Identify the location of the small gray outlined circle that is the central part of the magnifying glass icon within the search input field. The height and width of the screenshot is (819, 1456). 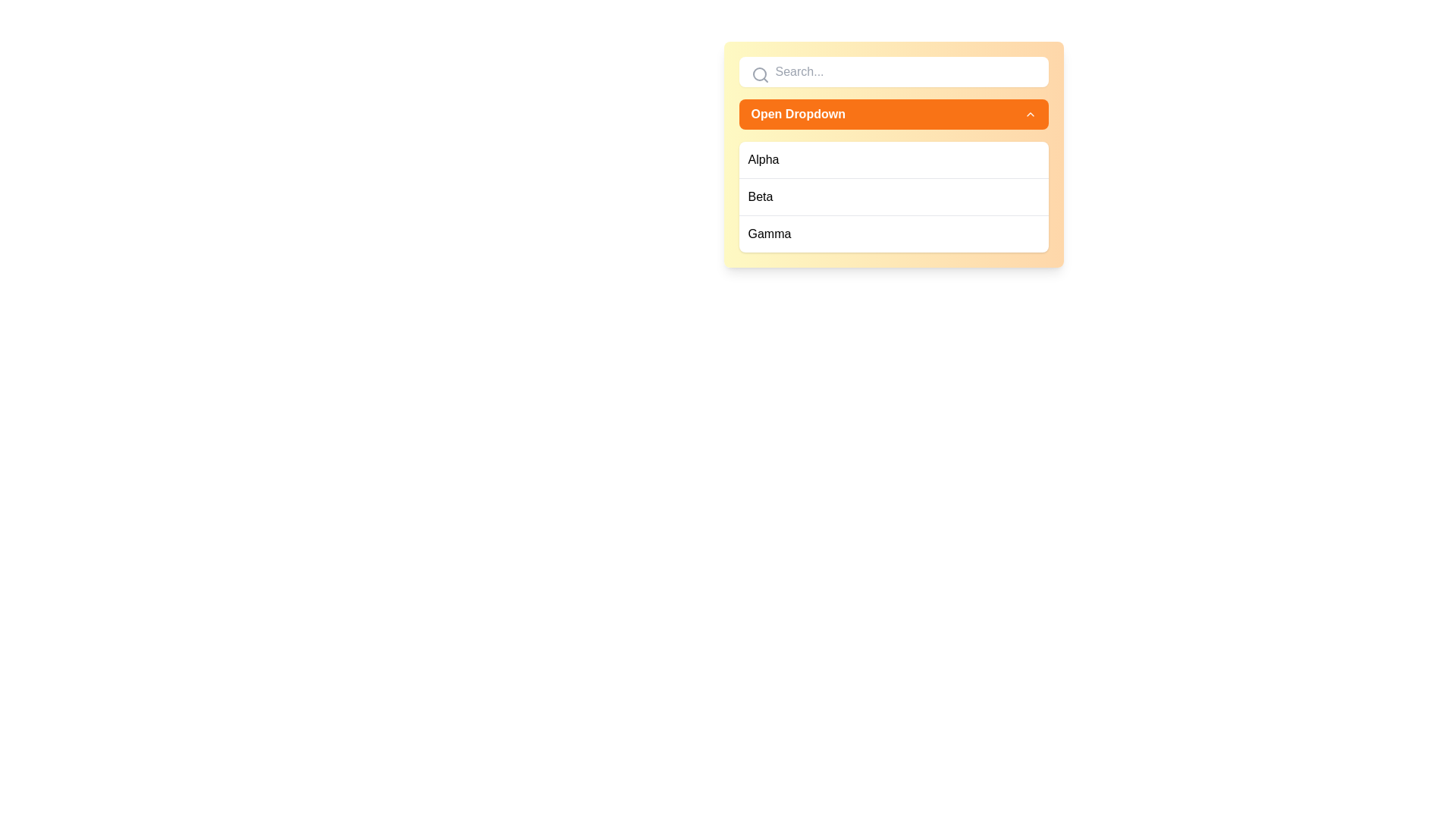
(759, 74).